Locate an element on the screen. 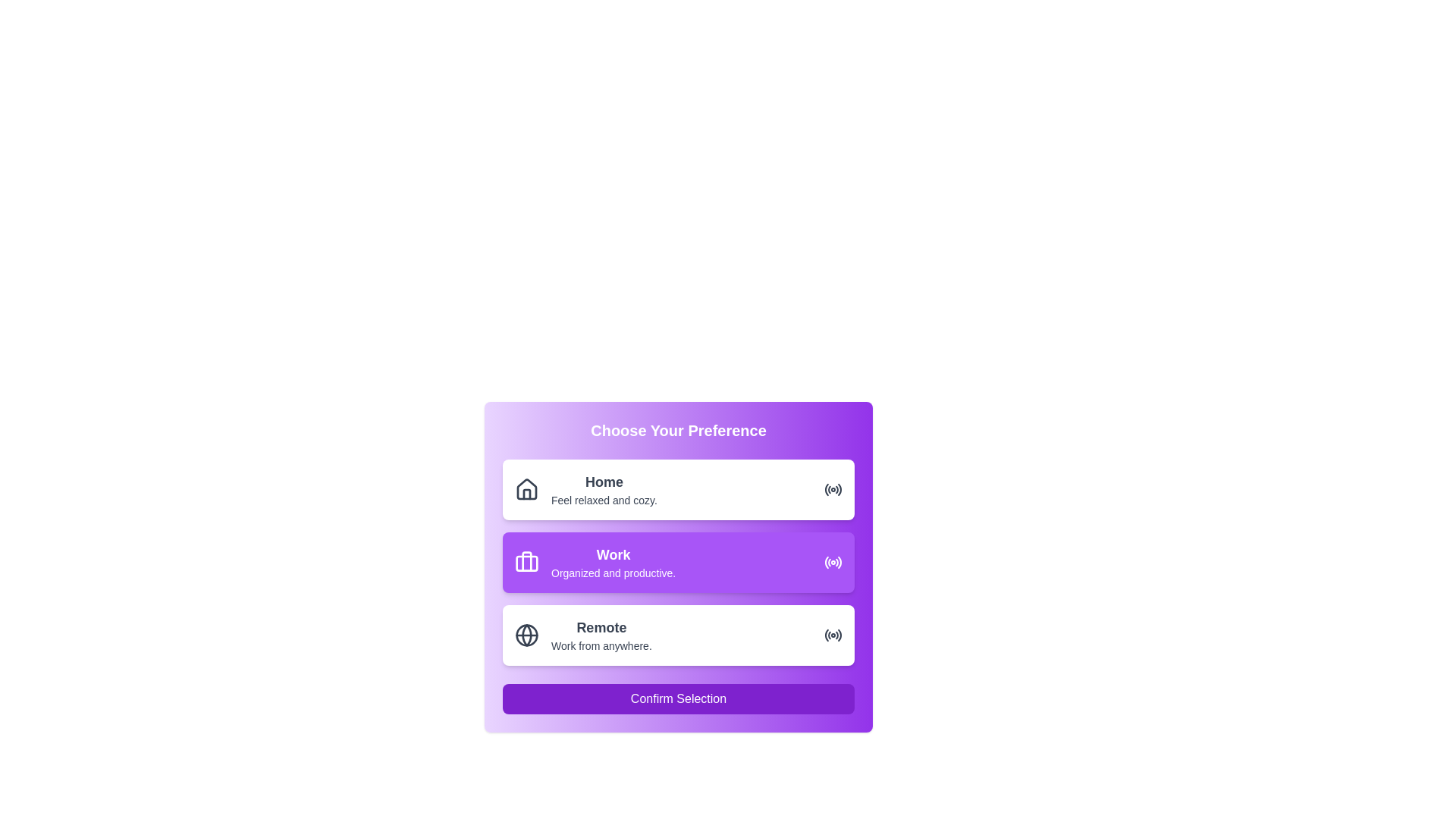 This screenshot has height=819, width=1456. the text element that says 'Work from anywhere.' which is styled in a small font size and located below the bold text 'Remote' within a purple selection box is located at coordinates (601, 646).